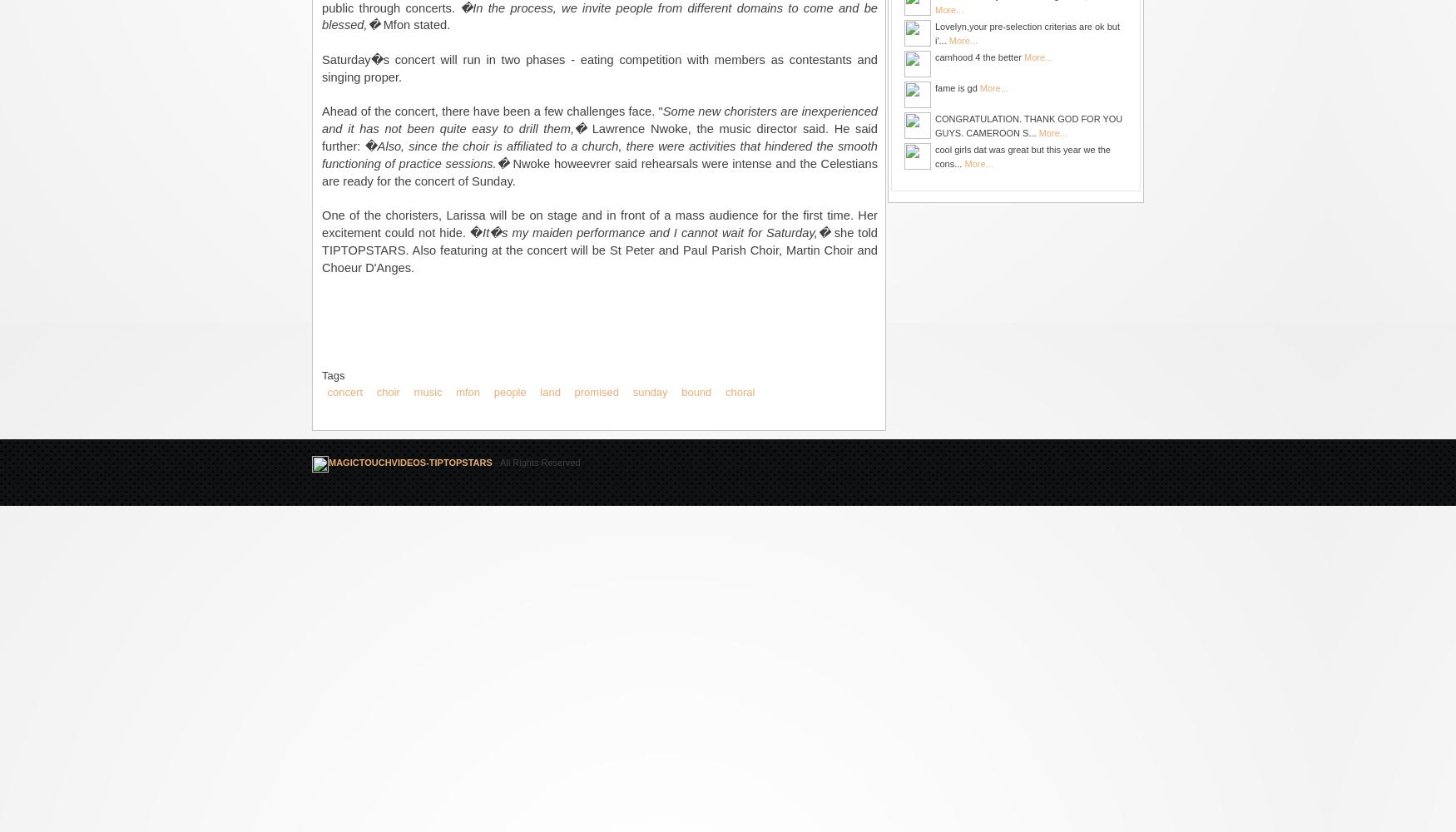 The height and width of the screenshot is (832, 1456). I want to click on 'Lawrence Nwoke, the music director said. He said further: �', so click(600, 137).